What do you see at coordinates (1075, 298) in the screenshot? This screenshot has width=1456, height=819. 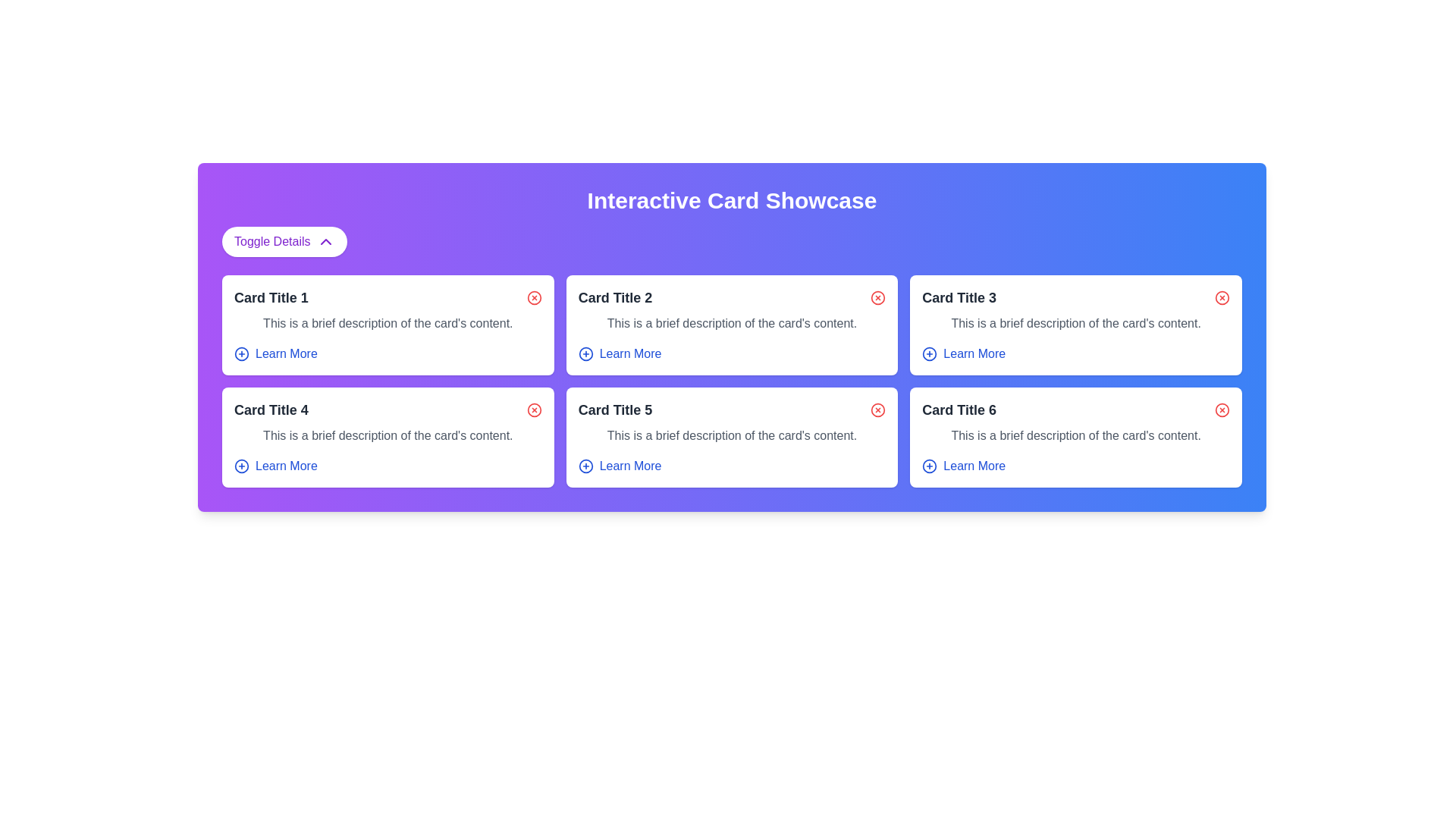 I see `the header section of the card element that displays the title 'Card Title 3' and contains a red circular icon with an 'X' symbol, located in the top-right section of the grid layout` at bounding box center [1075, 298].